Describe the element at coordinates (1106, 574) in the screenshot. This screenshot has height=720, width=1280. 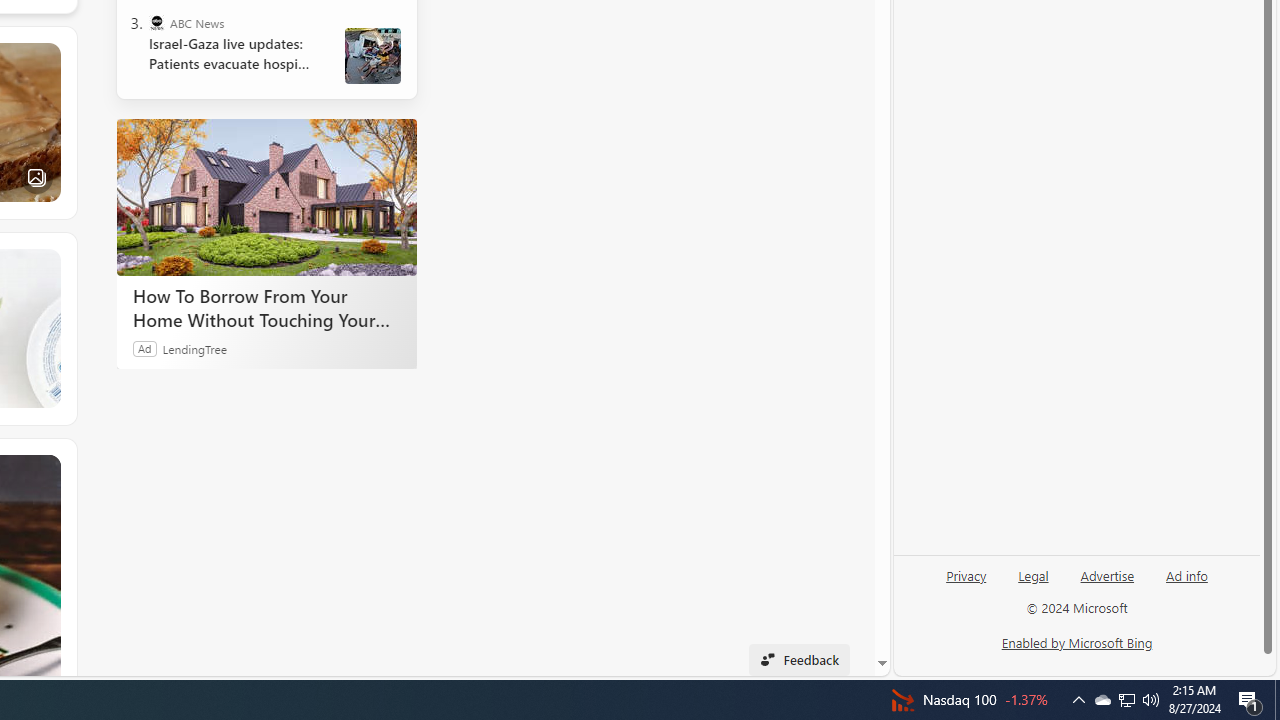
I see `'Advertise'` at that location.